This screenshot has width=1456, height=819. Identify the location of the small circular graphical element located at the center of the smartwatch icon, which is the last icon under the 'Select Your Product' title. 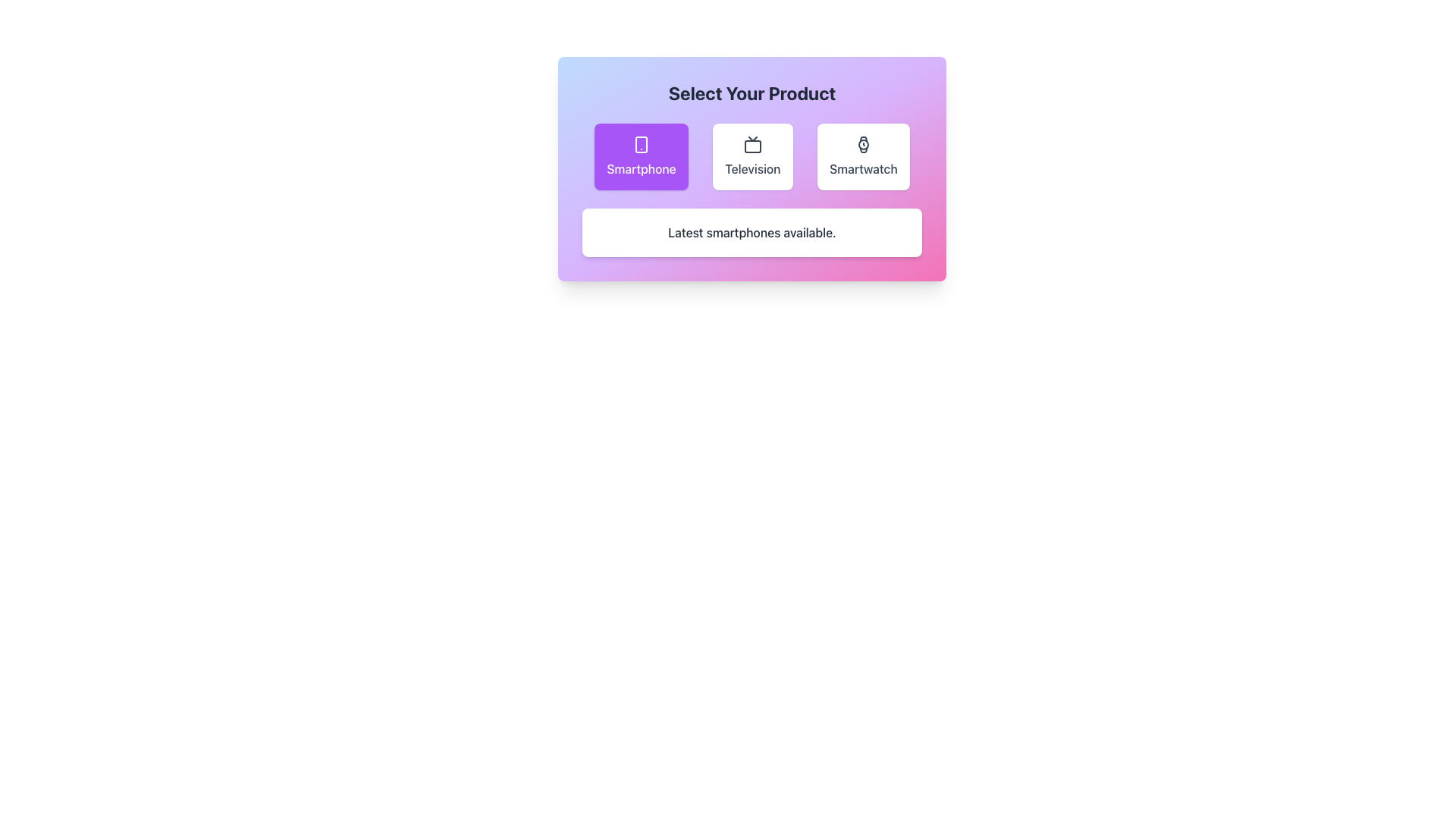
(863, 145).